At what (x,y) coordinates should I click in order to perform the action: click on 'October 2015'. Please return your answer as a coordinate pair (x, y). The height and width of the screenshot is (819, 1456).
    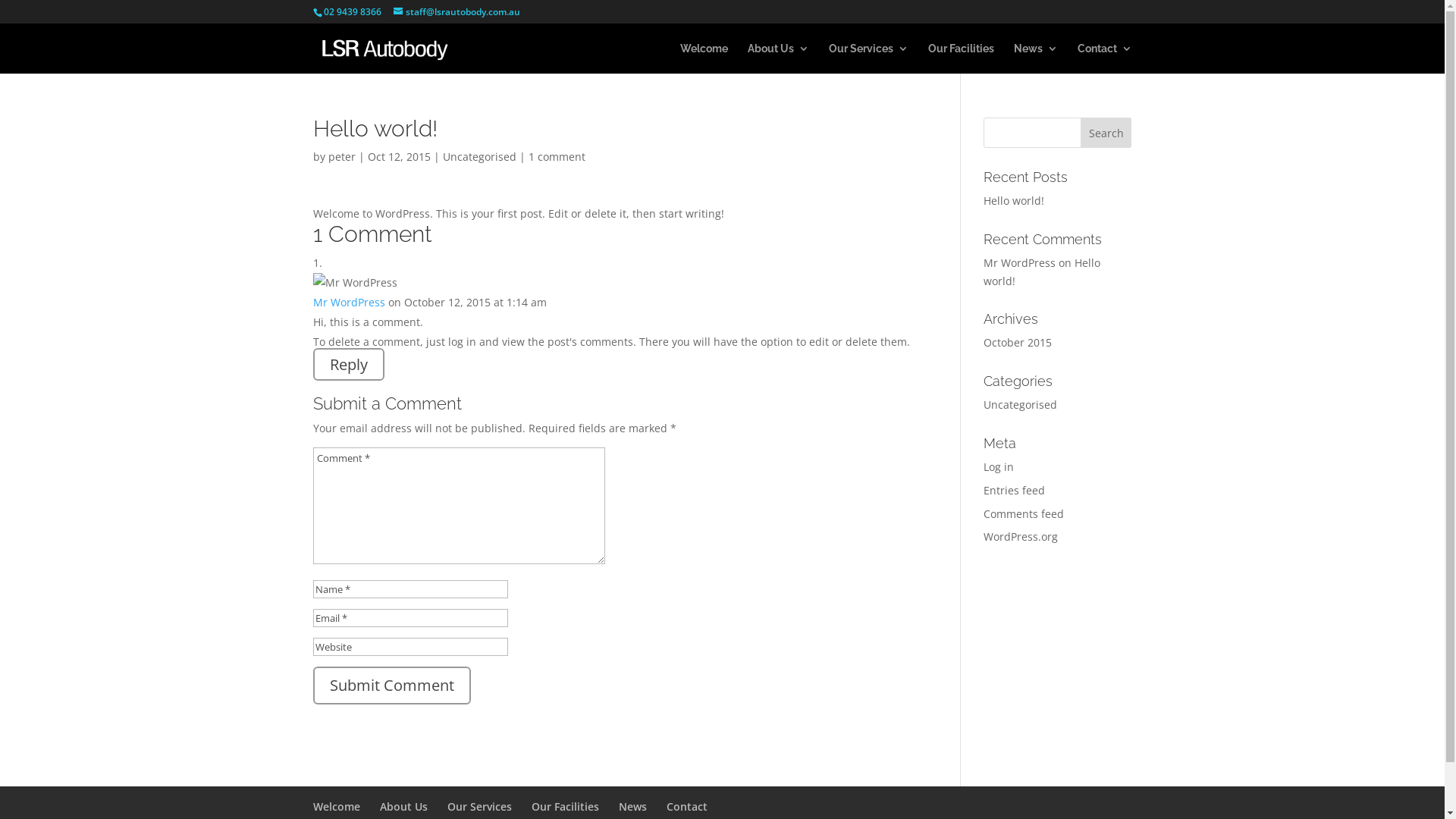
    Looking at the image, I should click on (1018, 342).